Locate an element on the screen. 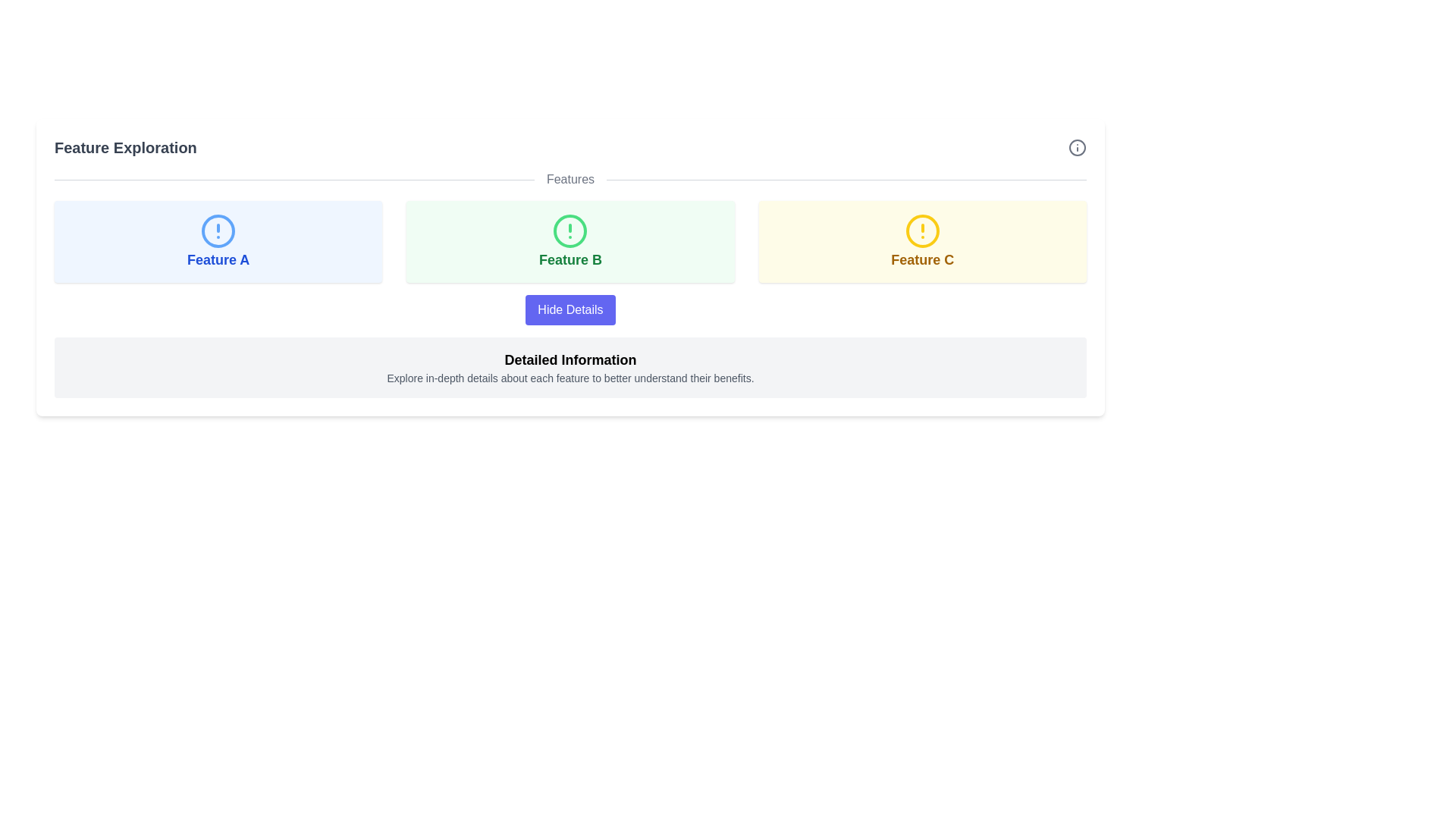 Image resolution: width=1456 pixels, height=819 pixels. the interactive information marker icon located at the far-right corner of the header, next to the 'Feature Exploration' text, to retrieve additional information is located at coordinates (1076, 148).